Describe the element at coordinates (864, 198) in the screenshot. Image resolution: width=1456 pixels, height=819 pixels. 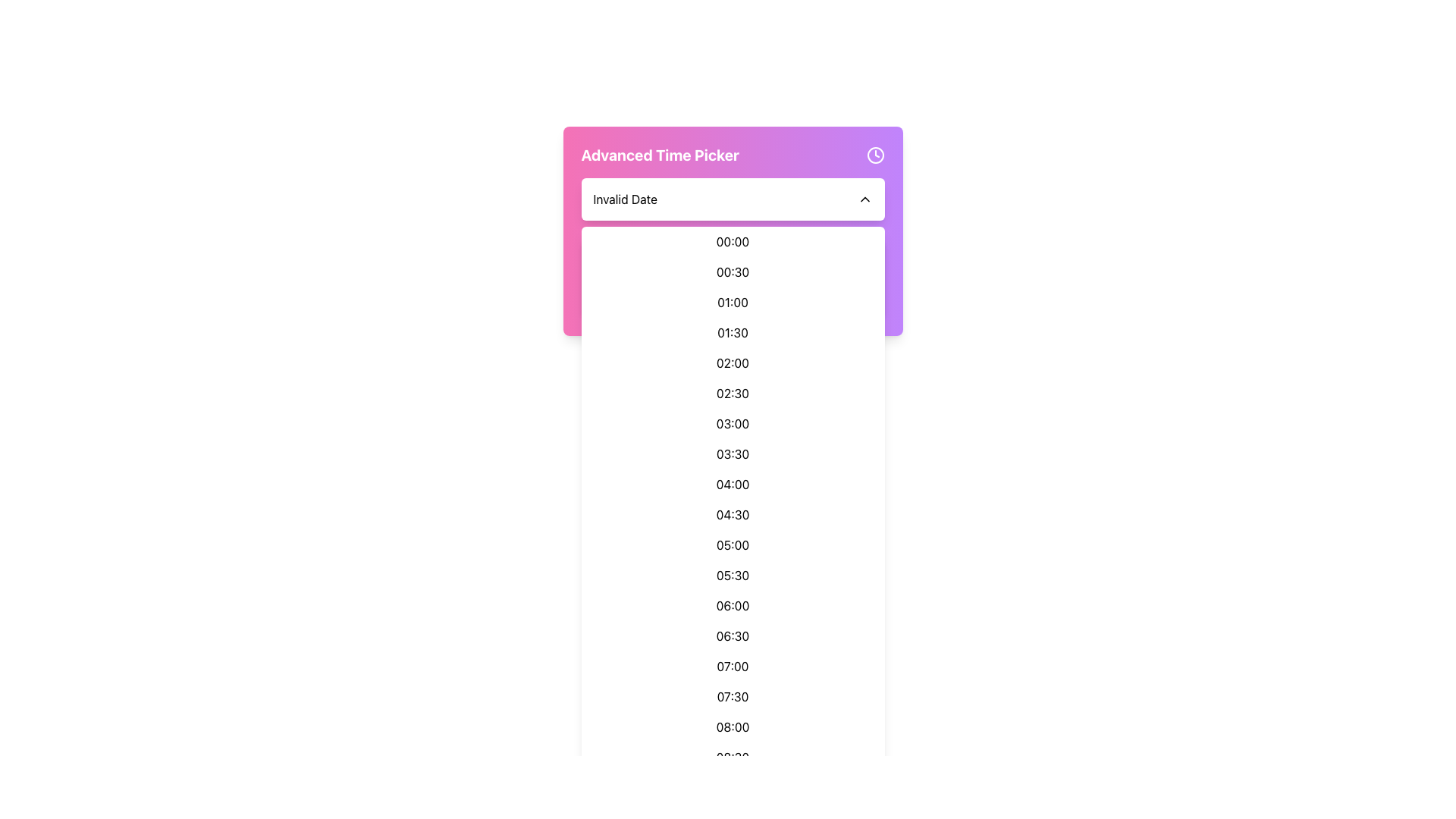
I see `the chevron-up icon button located at the right end of the 'Invalid Date' input field` at that location.